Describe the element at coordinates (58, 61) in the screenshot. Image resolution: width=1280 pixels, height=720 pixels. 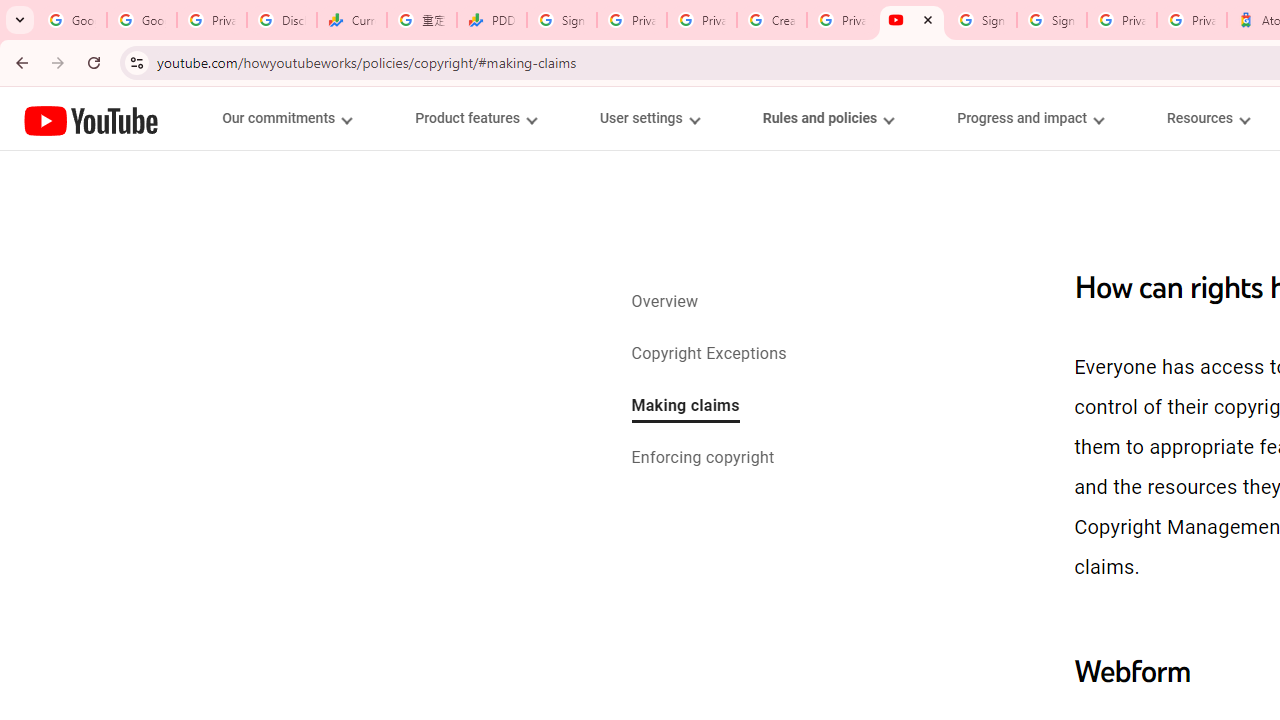
I see `'Forward'` at that location.